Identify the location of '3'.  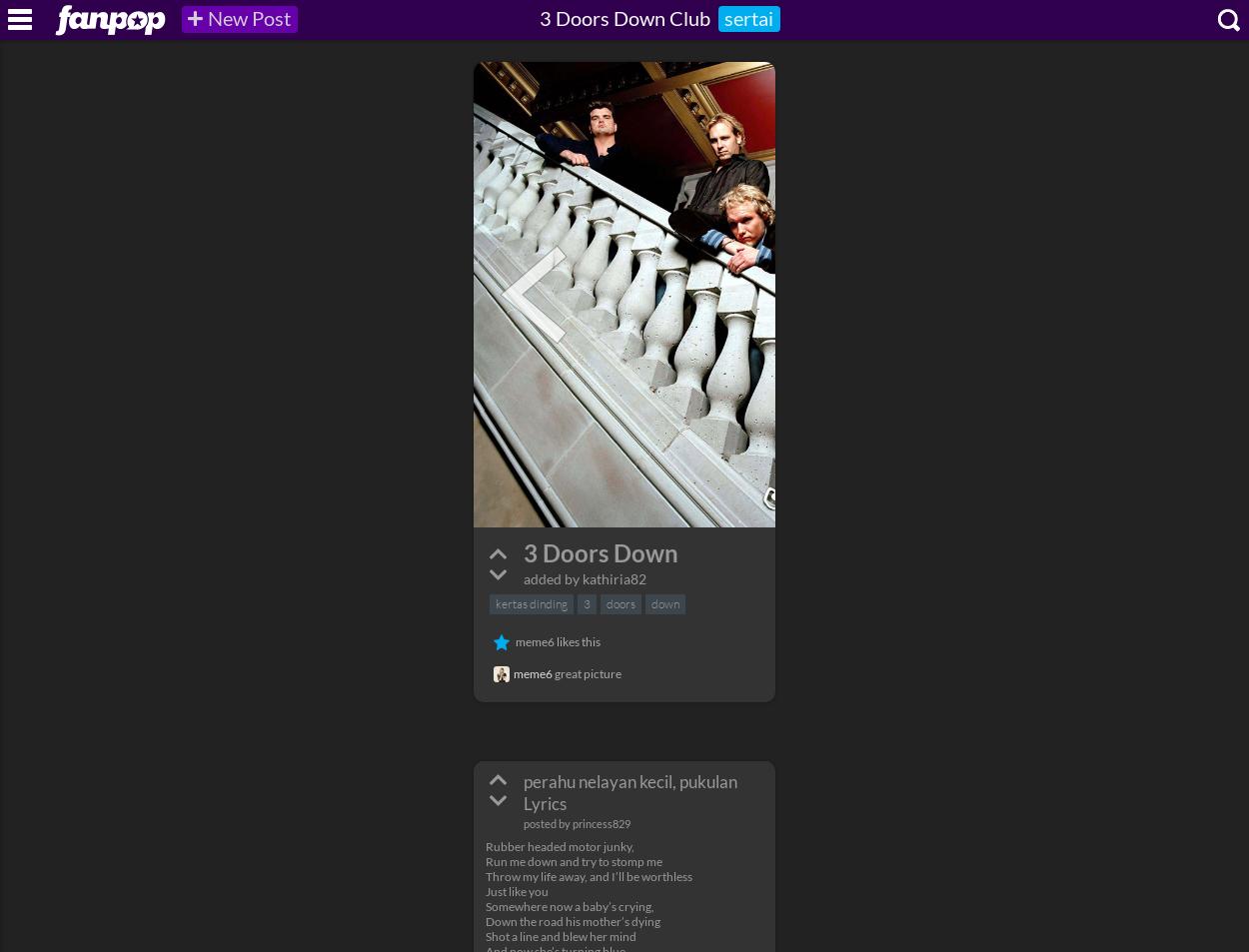
(586, 603).